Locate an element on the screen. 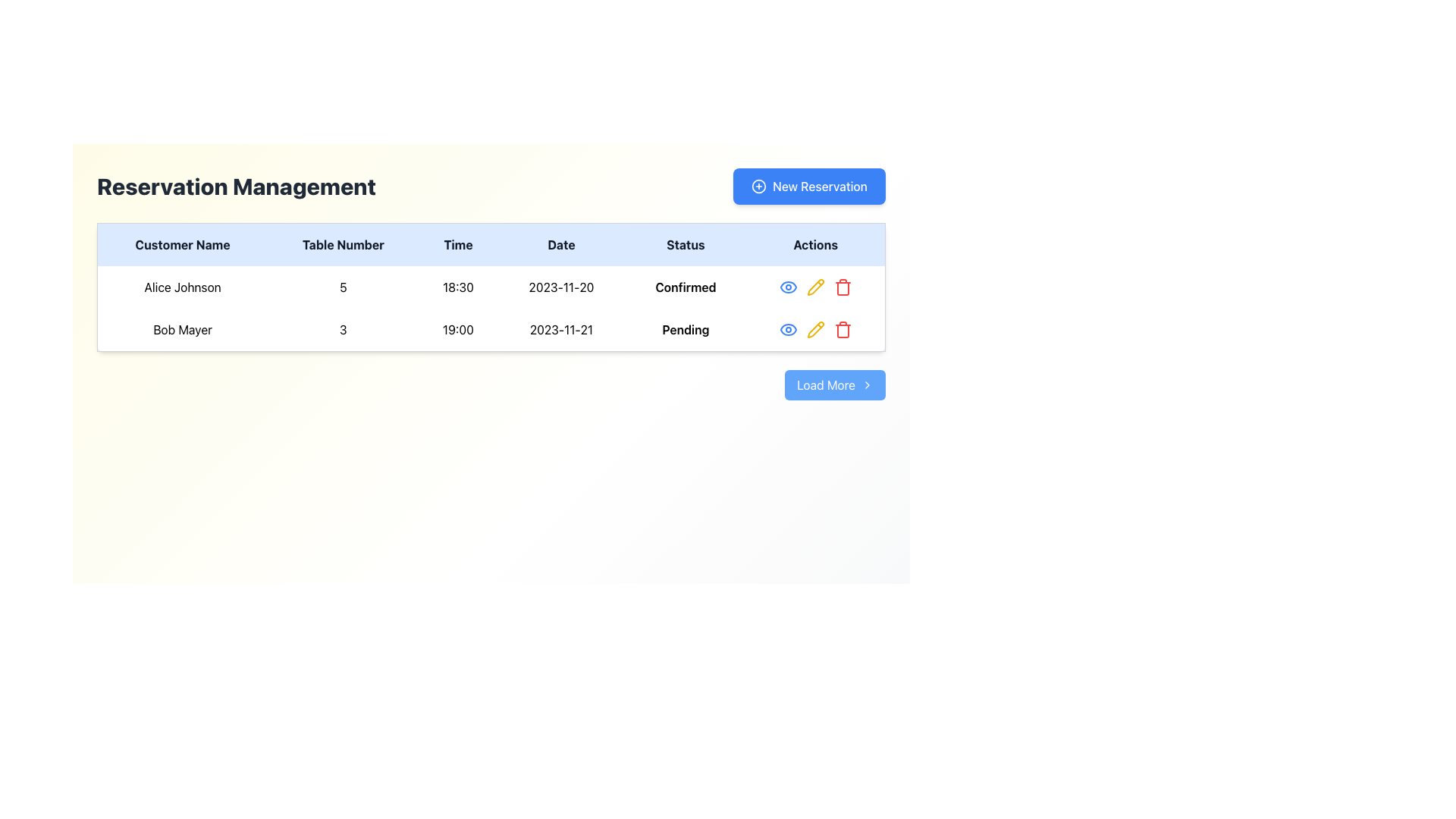 The image size is (1456, 819). the title text label that indicates the purpose of the page for managing reservations, located in the upper-left corner of the interface is located at coordinates (236, 186).